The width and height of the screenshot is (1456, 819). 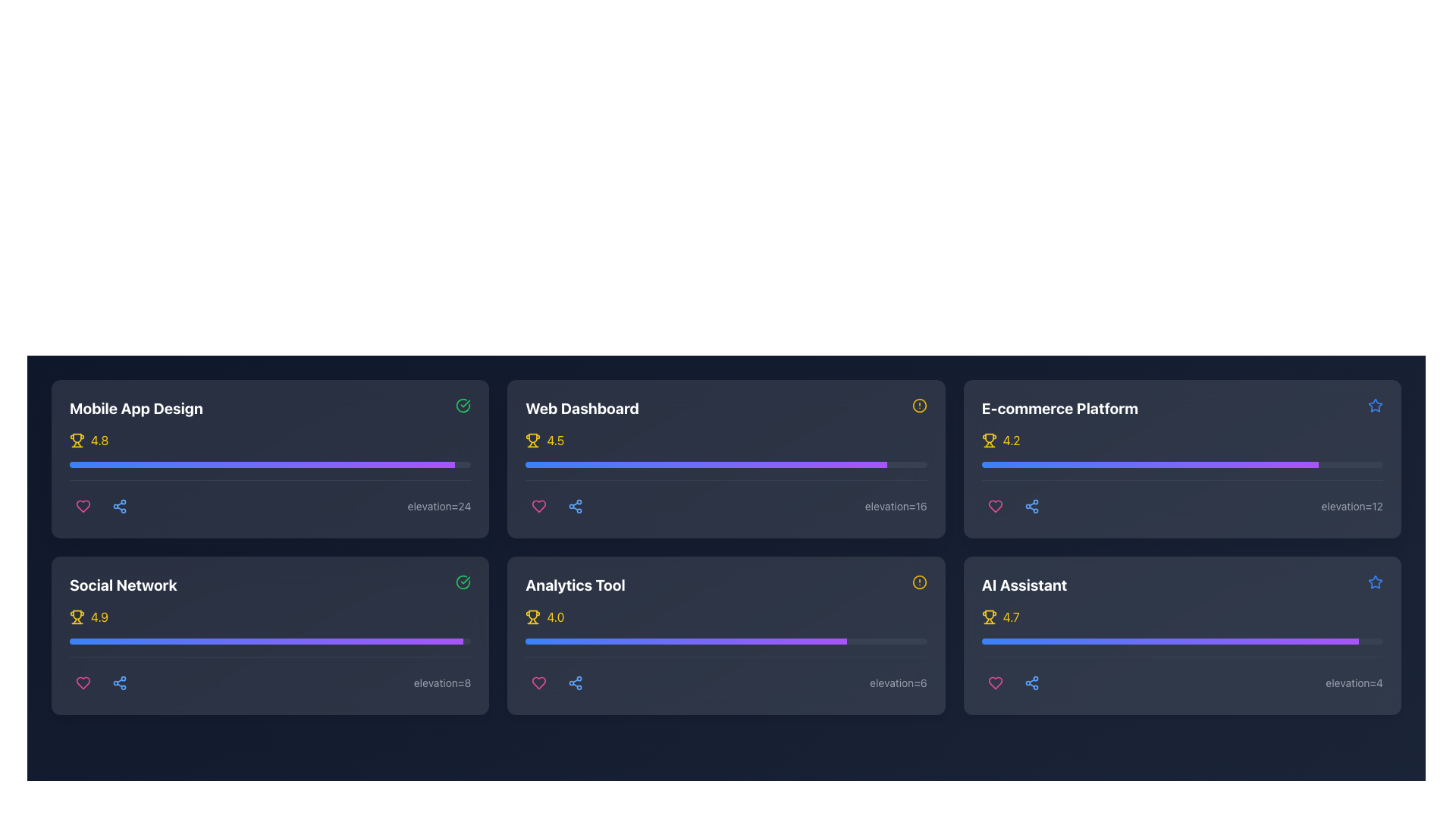 I want to click on the text label displaying 'elevation=12' located in the bottom-right corner of the card in the E-commerce Platform section, so click(x=1352, y=506).